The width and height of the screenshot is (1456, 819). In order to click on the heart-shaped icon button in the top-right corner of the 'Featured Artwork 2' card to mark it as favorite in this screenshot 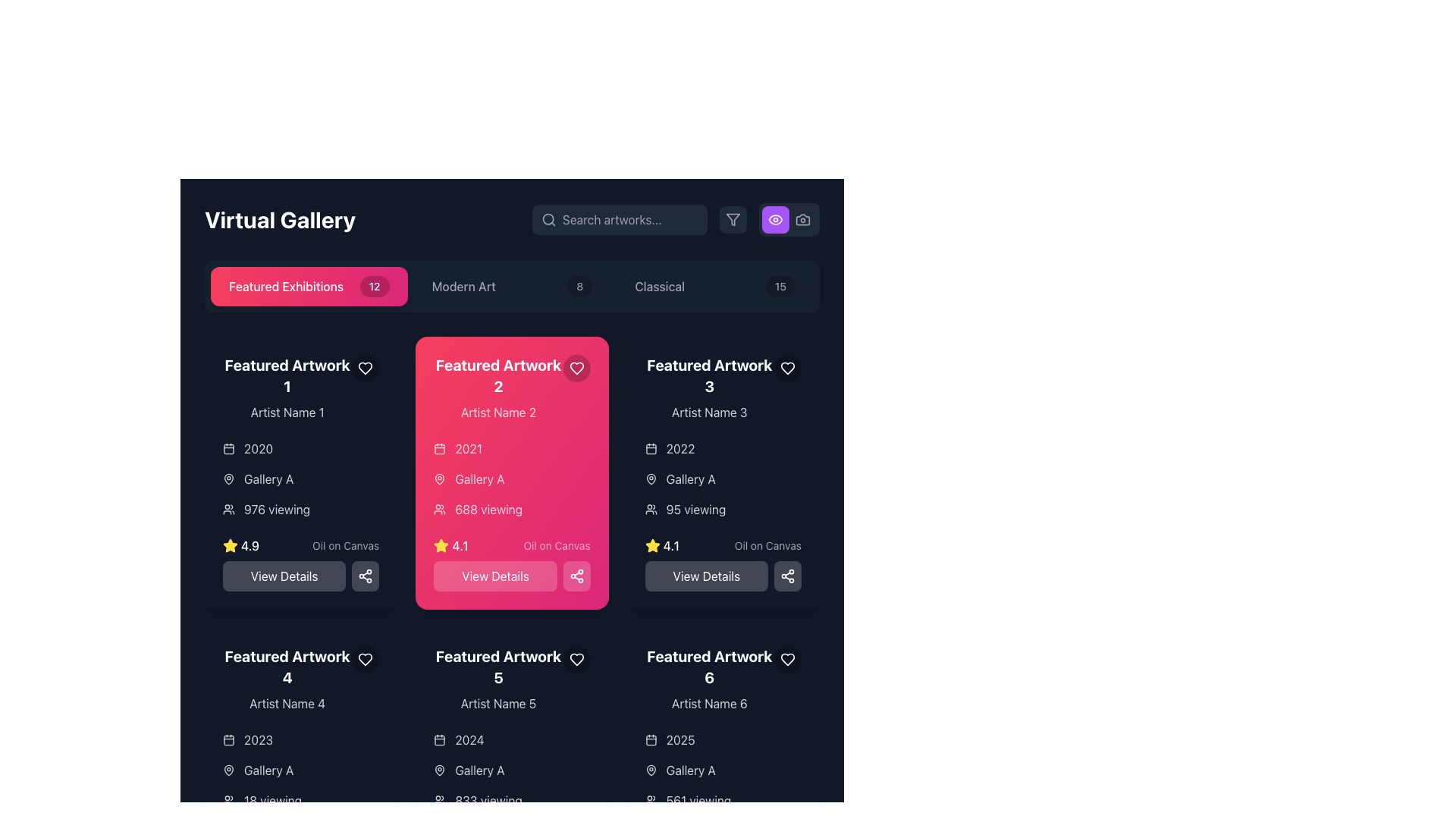, I will do `click(366, 369)`.